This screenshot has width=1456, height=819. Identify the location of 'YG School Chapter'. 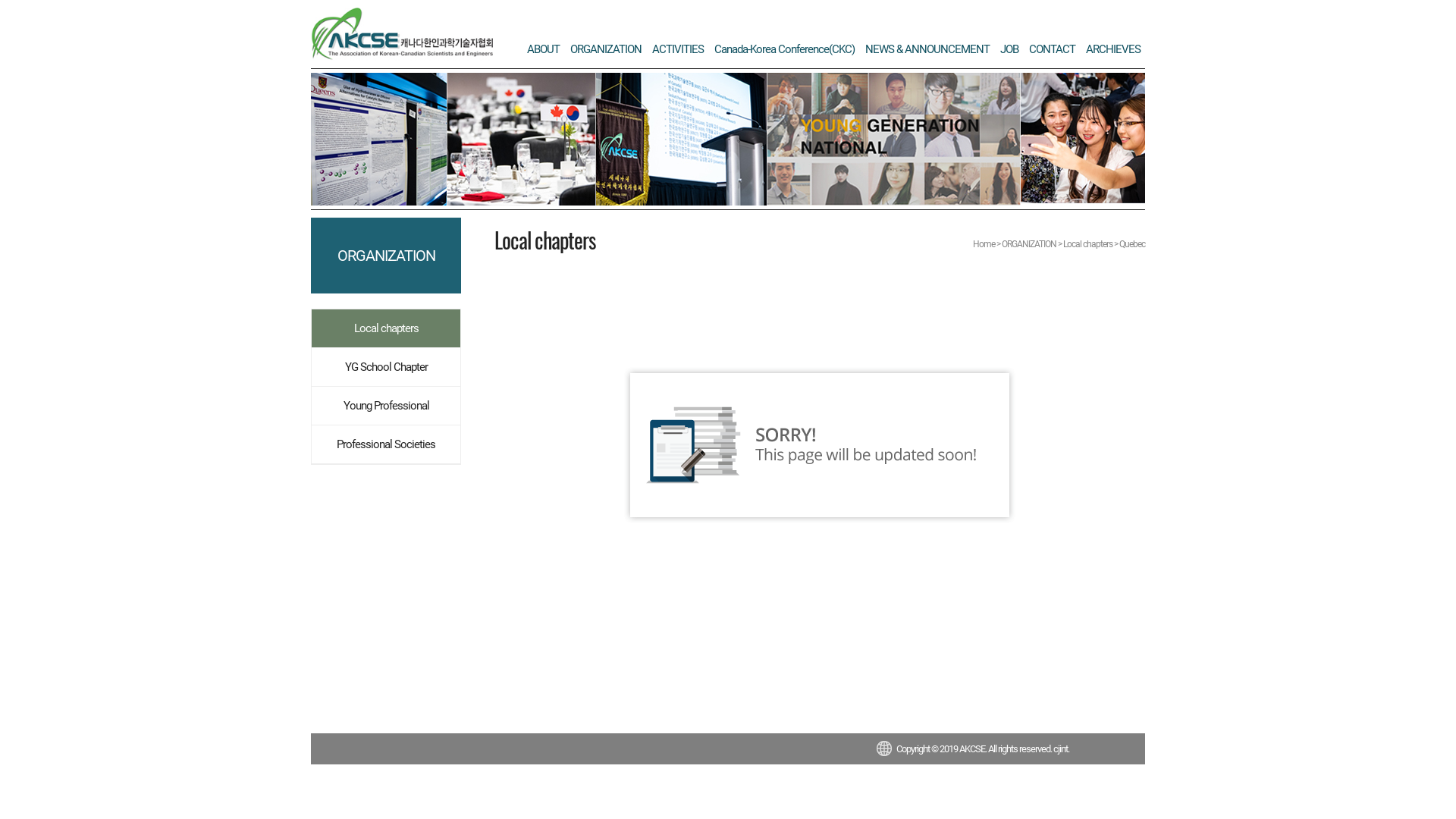
(385, 366).